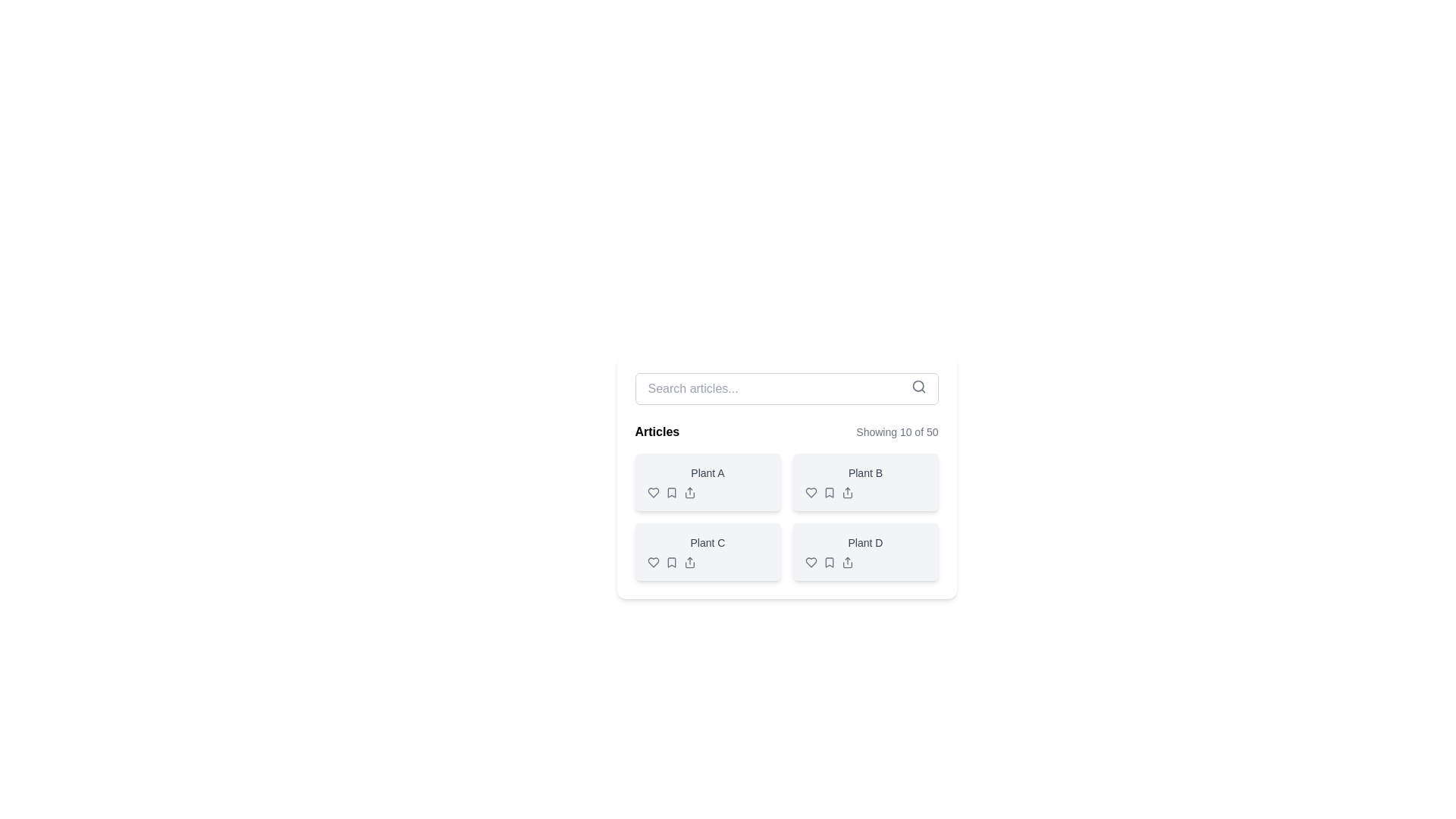 The height and width of the screenshot is (819, 1456). I want to click on the bookmark-shaped icon with a thin outline located in the fourth card of the grid layout near the text 'Plant D' for more information, so click(828, 562).